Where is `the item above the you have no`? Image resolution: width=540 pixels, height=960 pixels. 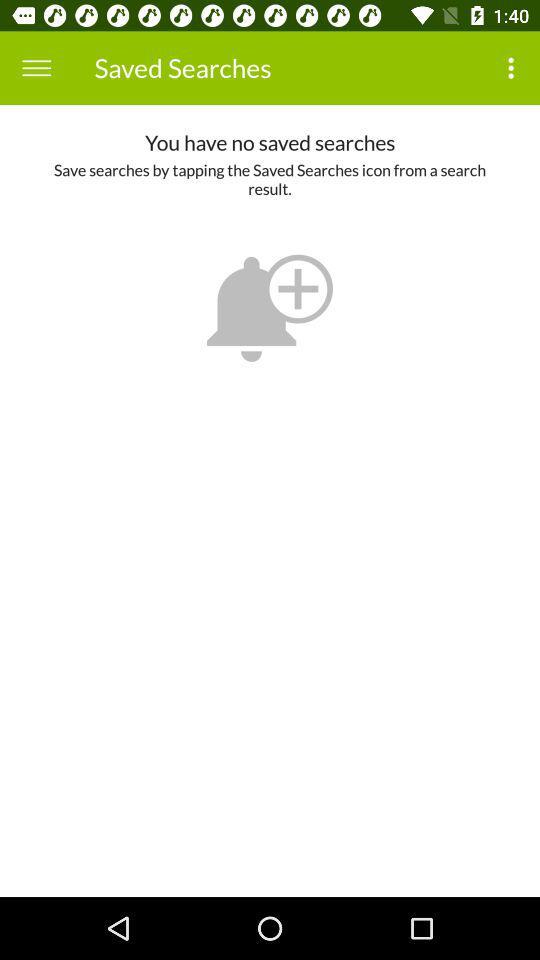
the item above the you have no is located at coordinates (513, 68).